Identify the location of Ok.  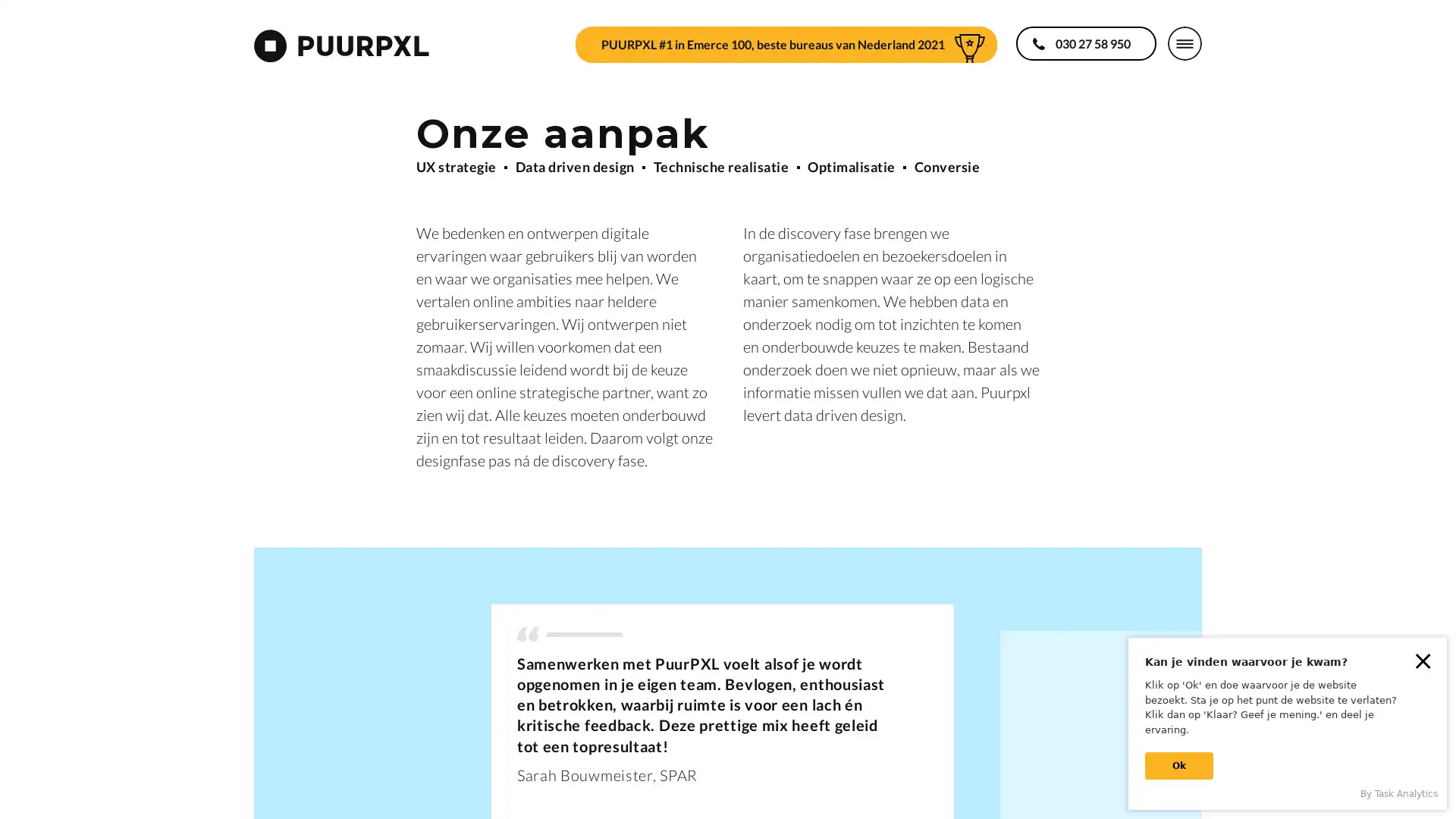
(1178, 766).